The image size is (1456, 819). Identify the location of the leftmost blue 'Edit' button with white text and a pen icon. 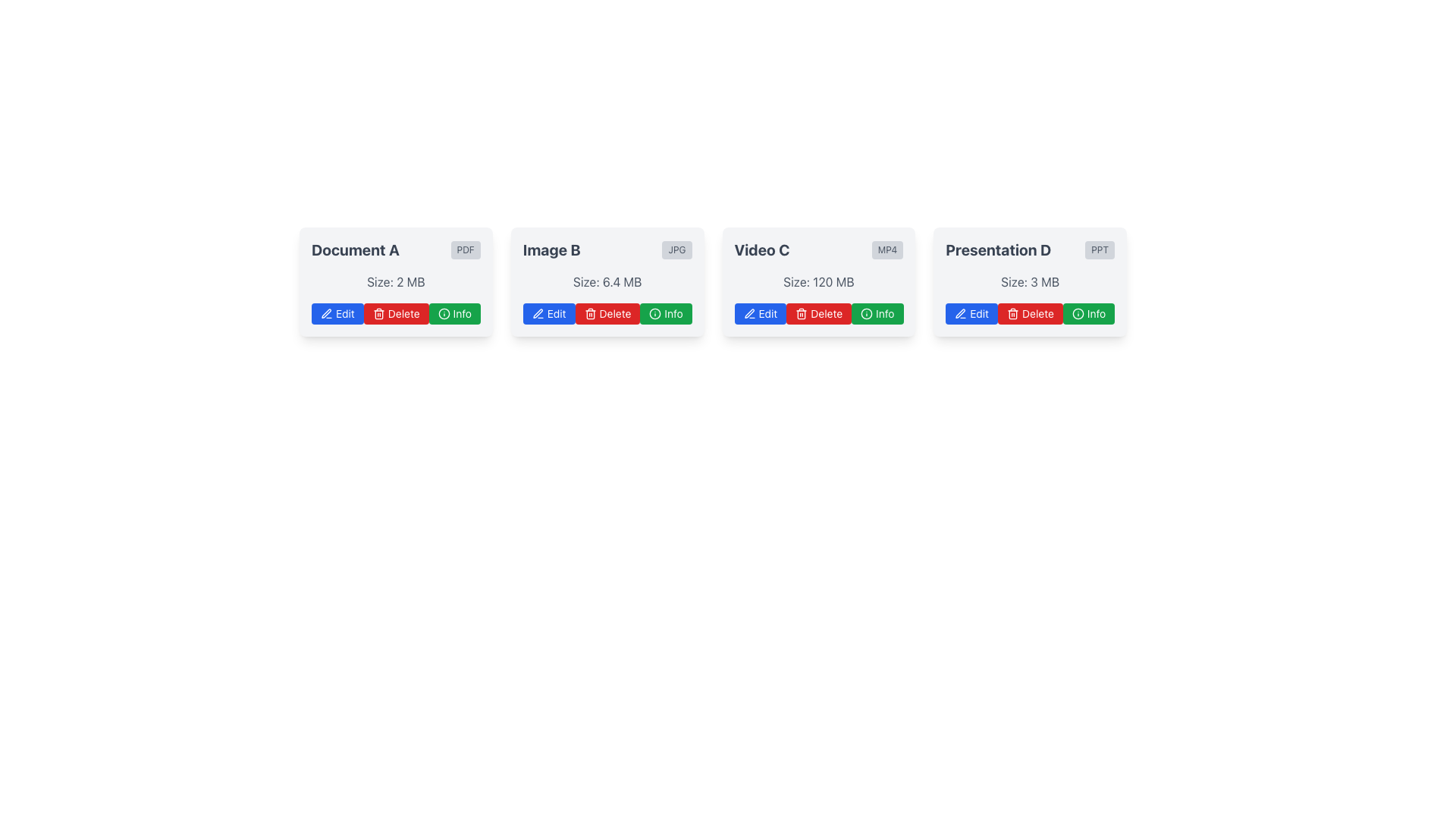
(548, 312).